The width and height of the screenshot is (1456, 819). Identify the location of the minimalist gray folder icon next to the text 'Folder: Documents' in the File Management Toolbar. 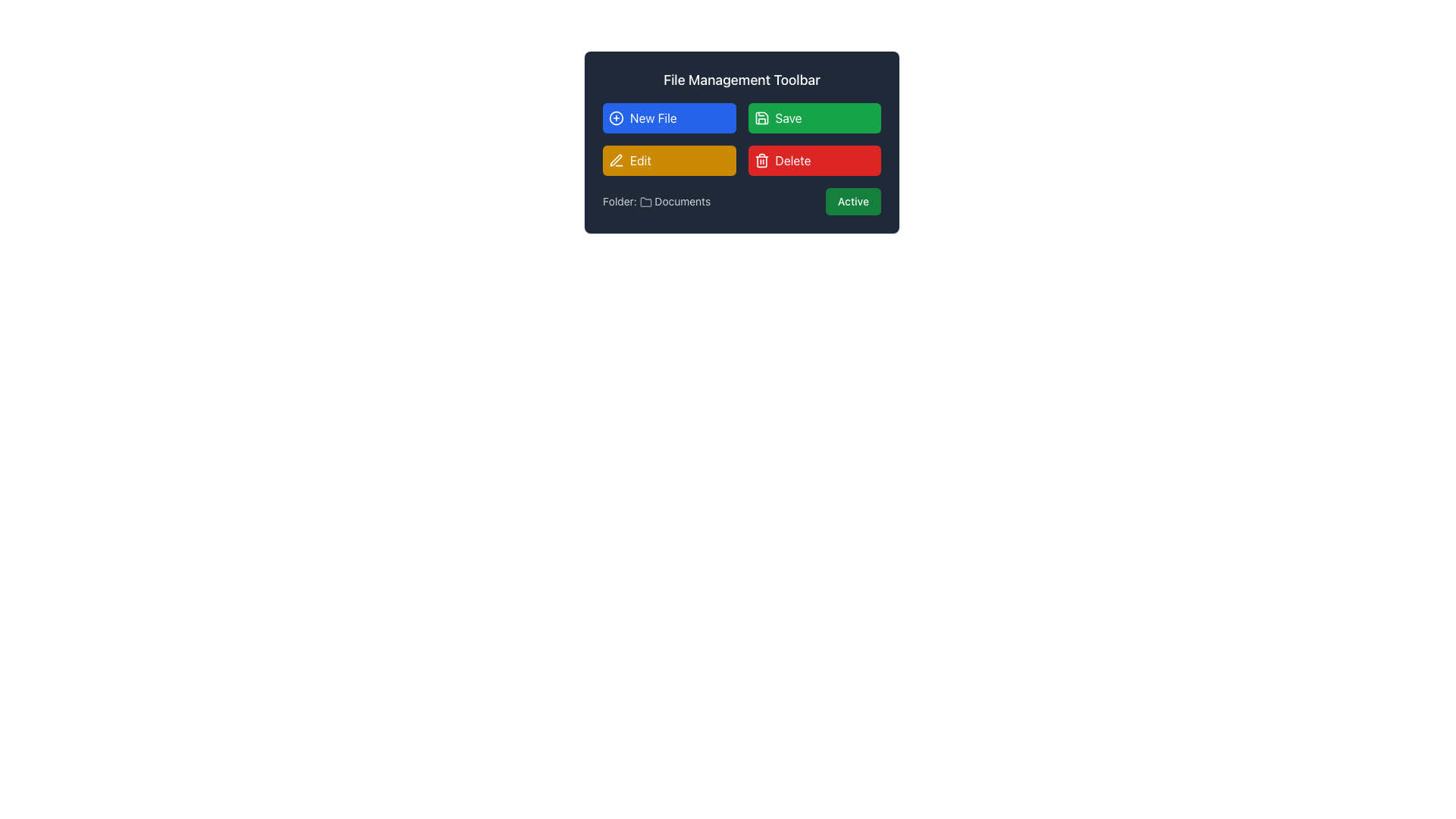
(645, 202).